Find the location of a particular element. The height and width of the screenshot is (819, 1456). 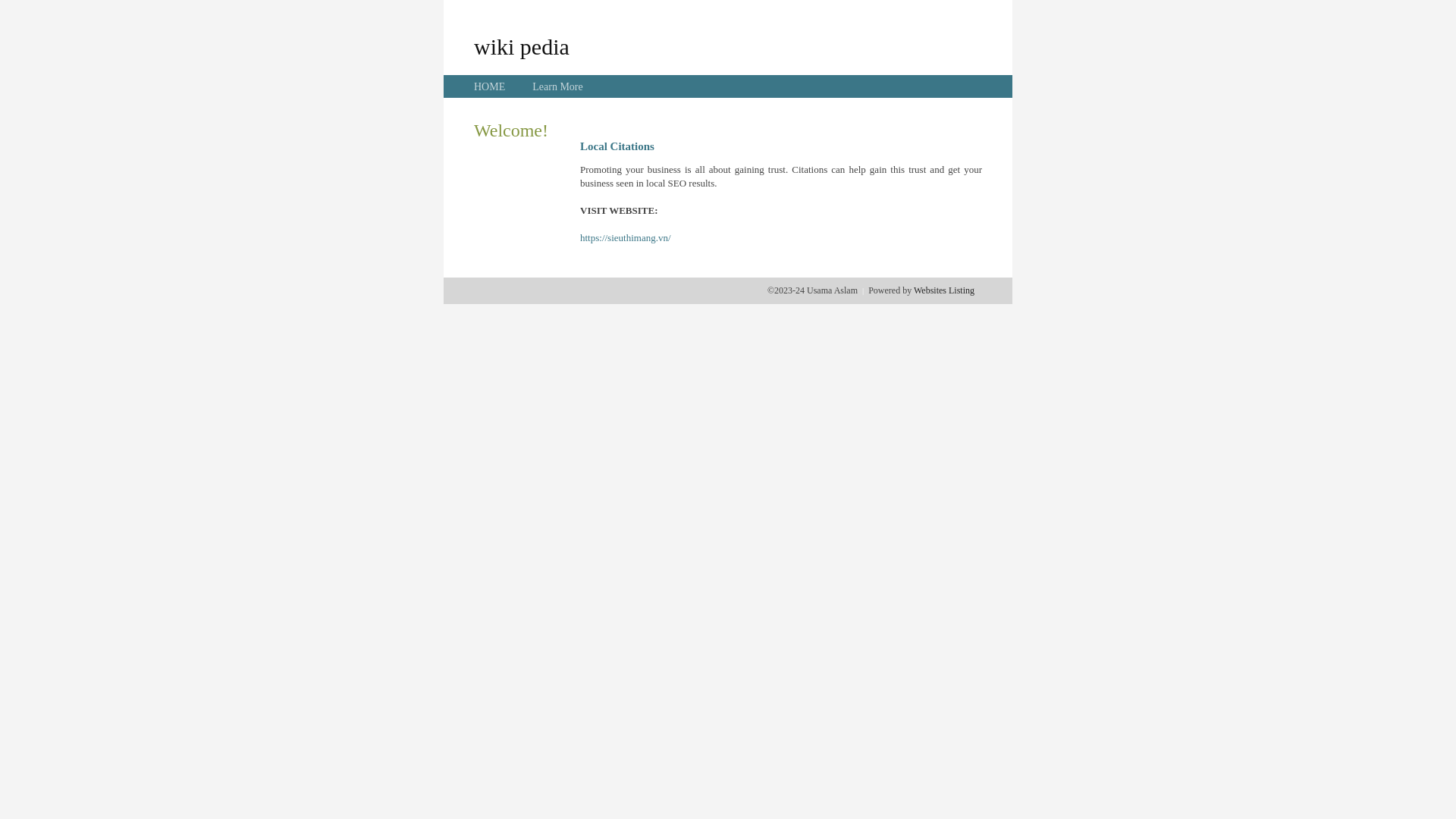

'HOME' is located at coordinates (472, 86).